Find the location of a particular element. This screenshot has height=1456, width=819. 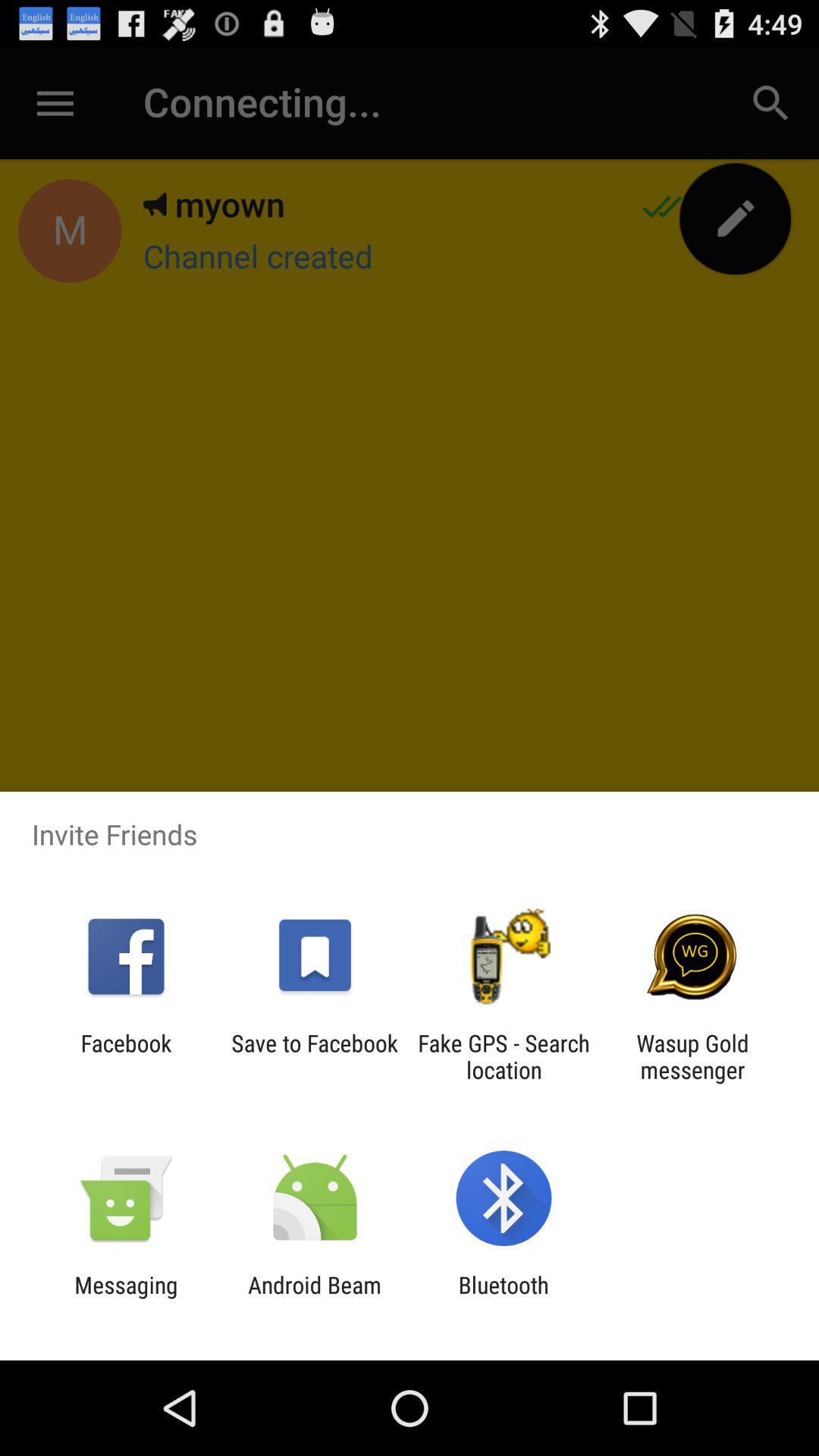

the app to the left of the bluetooth icon is located at coordinates (314, 1298).